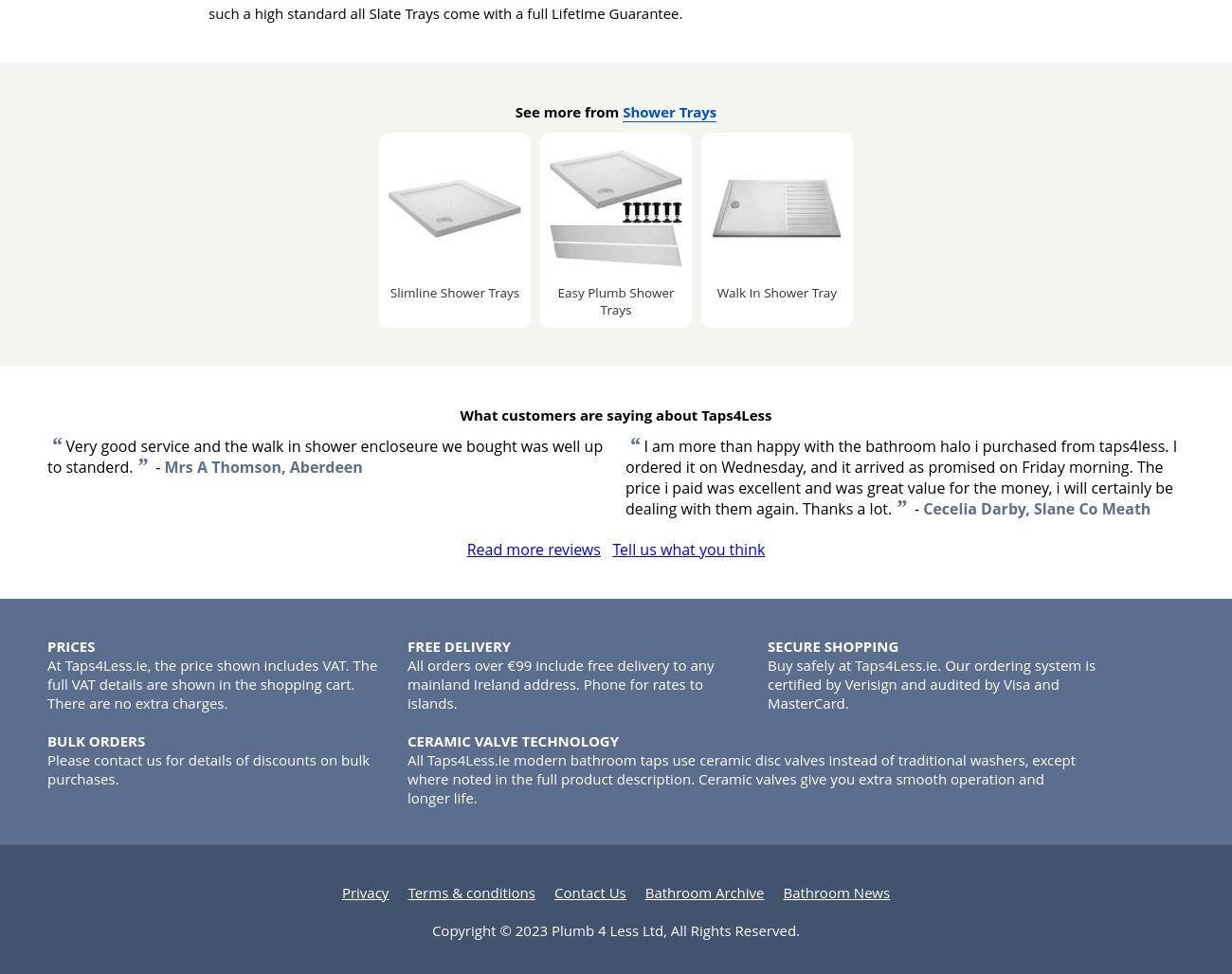 Image resolution: width=1232 pixels, height=974 pixels. What do you see at coordinates (931, 682) in the screenshot?
I see `'Buy safely at Taps4Less.ie. Our ordering system is certified by Verisign and  audited by Visa and MasterCard.'` at bounding box center [931, 682].